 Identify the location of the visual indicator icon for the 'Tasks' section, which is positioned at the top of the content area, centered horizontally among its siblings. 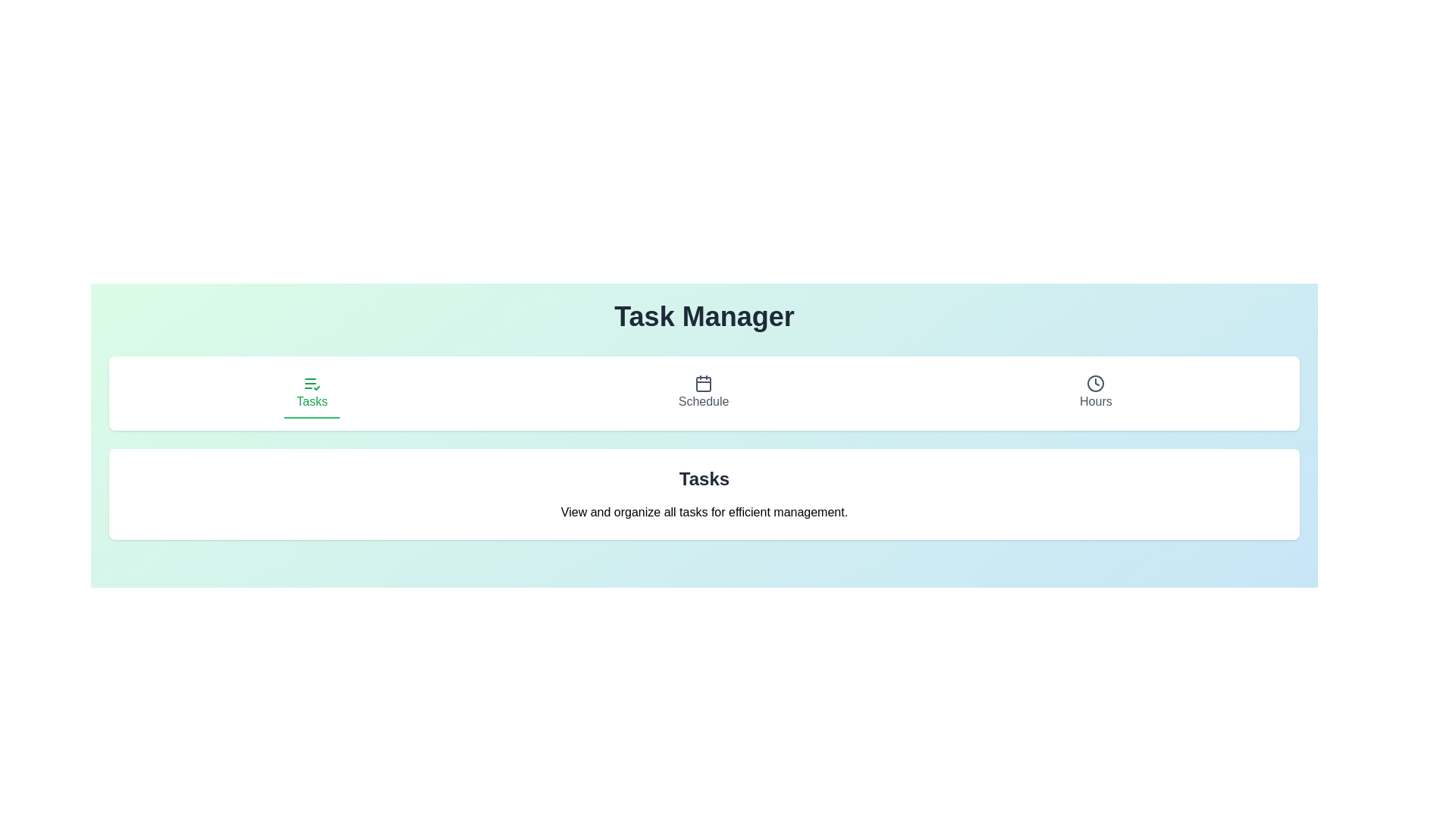
(311, 382).